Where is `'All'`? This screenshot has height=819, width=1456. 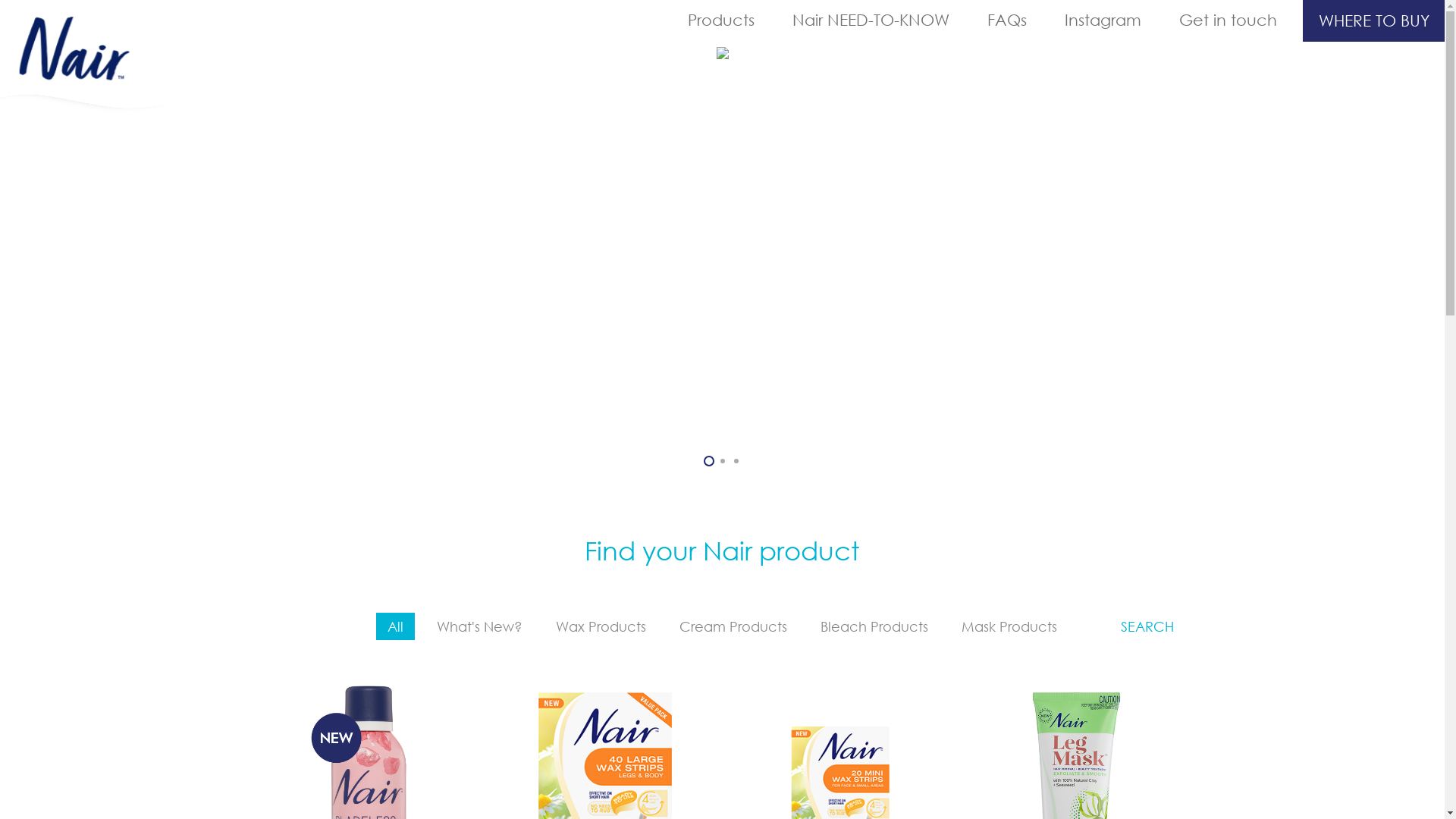 'All' is located at coordinates (375, 626).